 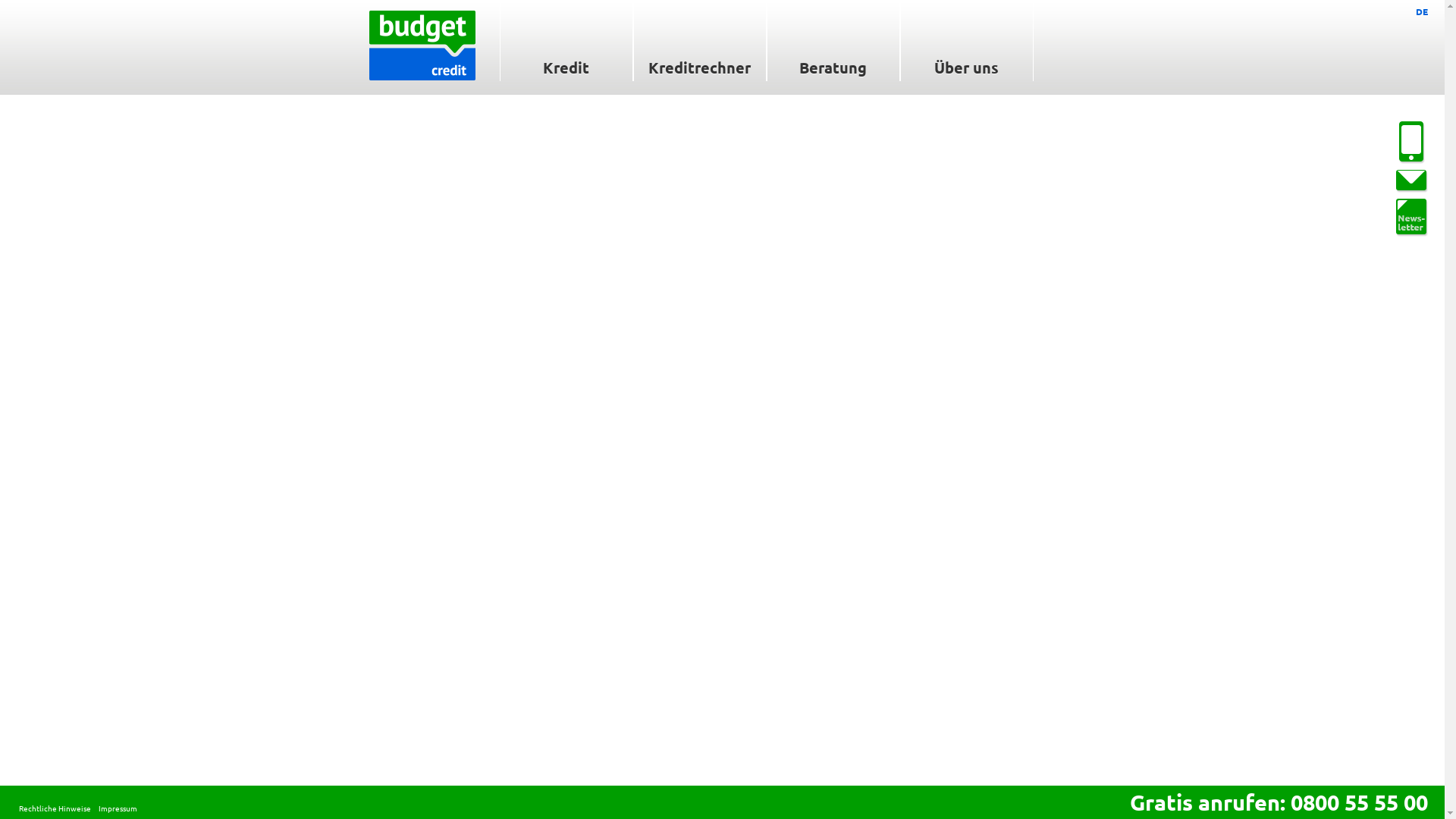 What do you see at coordinates (564, 39) in the screenshot?
I see `'Kredit'` at bounding box center [564, 39].